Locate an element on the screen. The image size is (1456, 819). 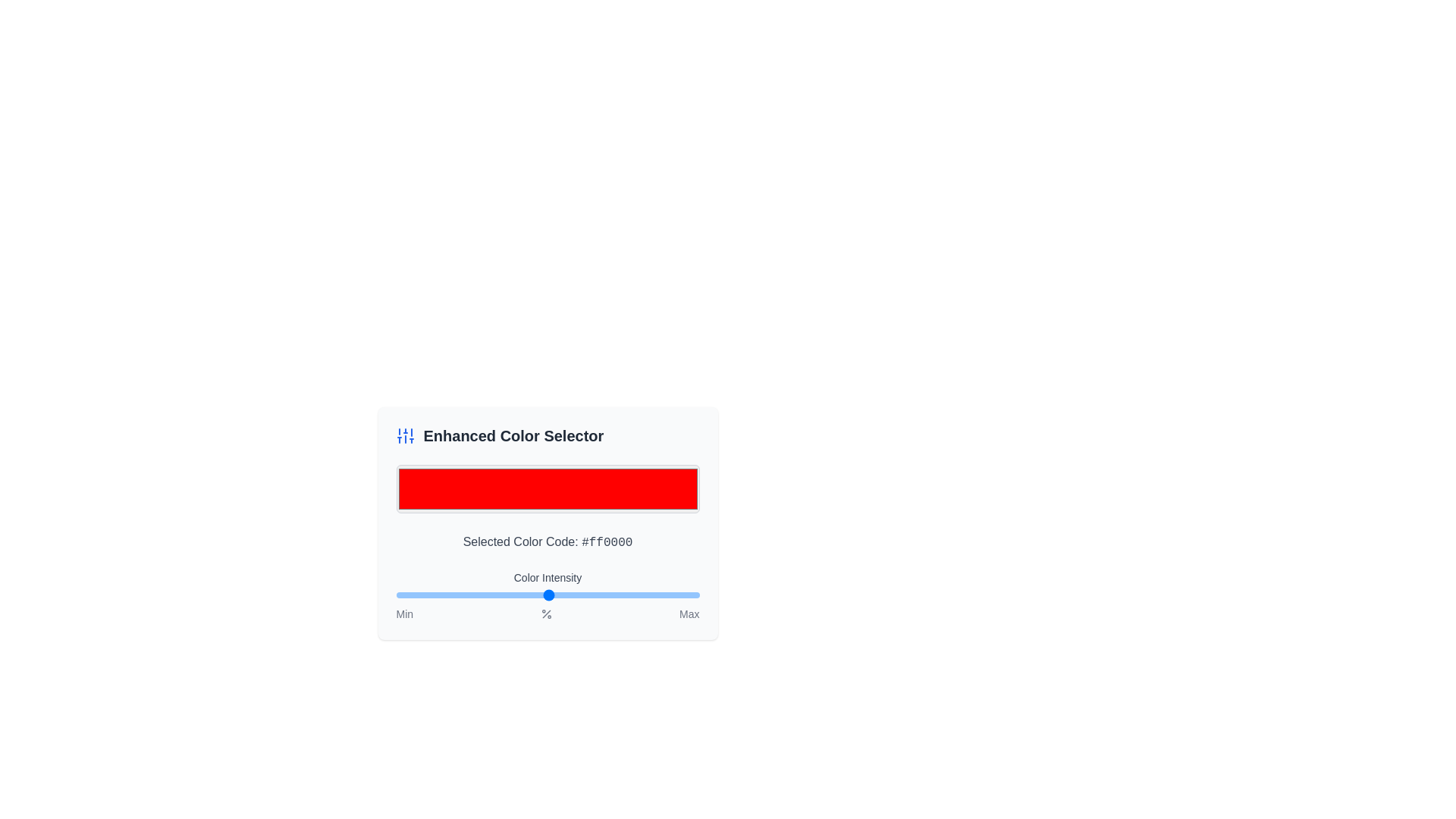
the slider value is located at coordinates (528, 595).